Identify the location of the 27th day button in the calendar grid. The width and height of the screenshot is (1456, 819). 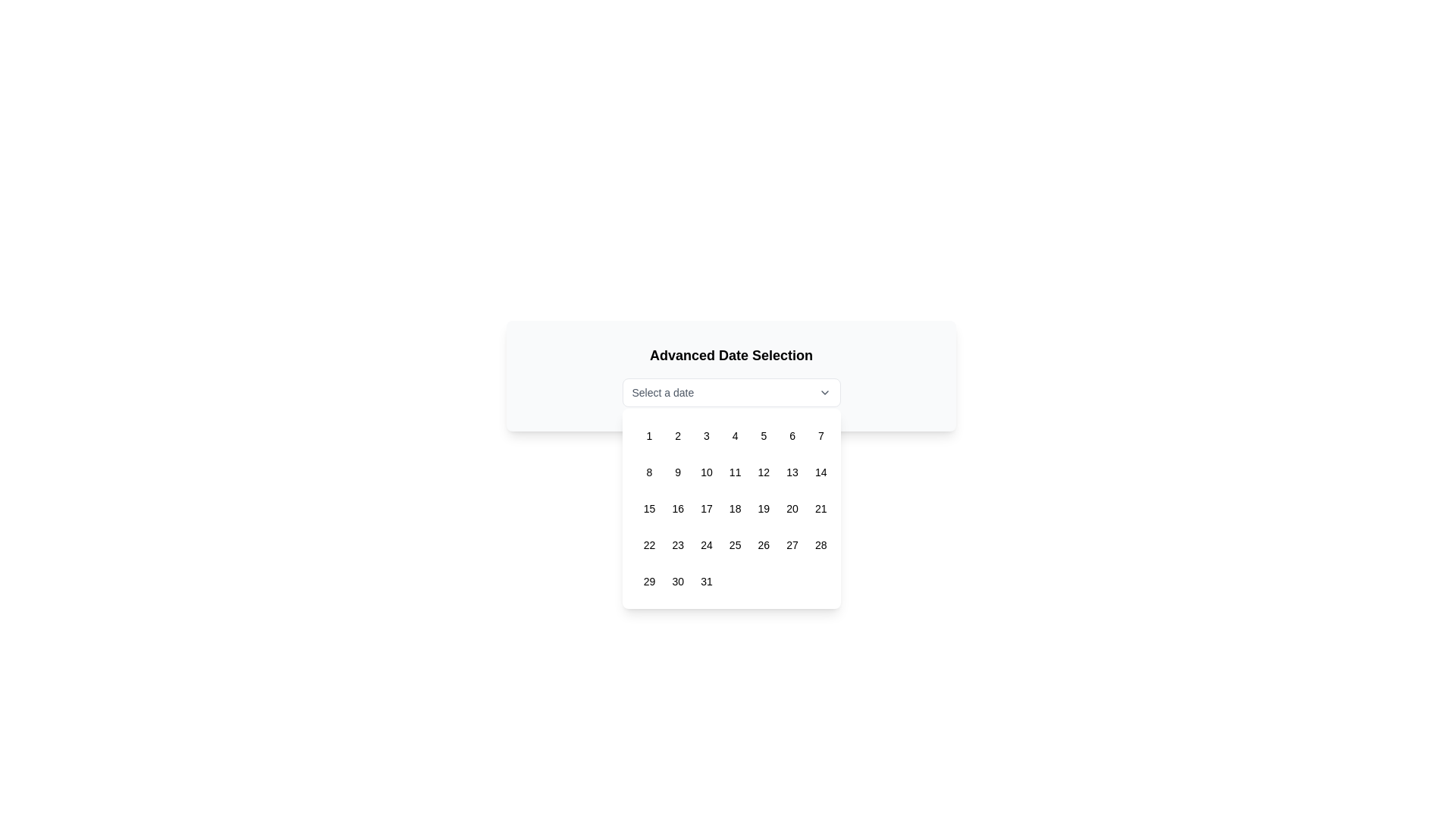
(792, 544).